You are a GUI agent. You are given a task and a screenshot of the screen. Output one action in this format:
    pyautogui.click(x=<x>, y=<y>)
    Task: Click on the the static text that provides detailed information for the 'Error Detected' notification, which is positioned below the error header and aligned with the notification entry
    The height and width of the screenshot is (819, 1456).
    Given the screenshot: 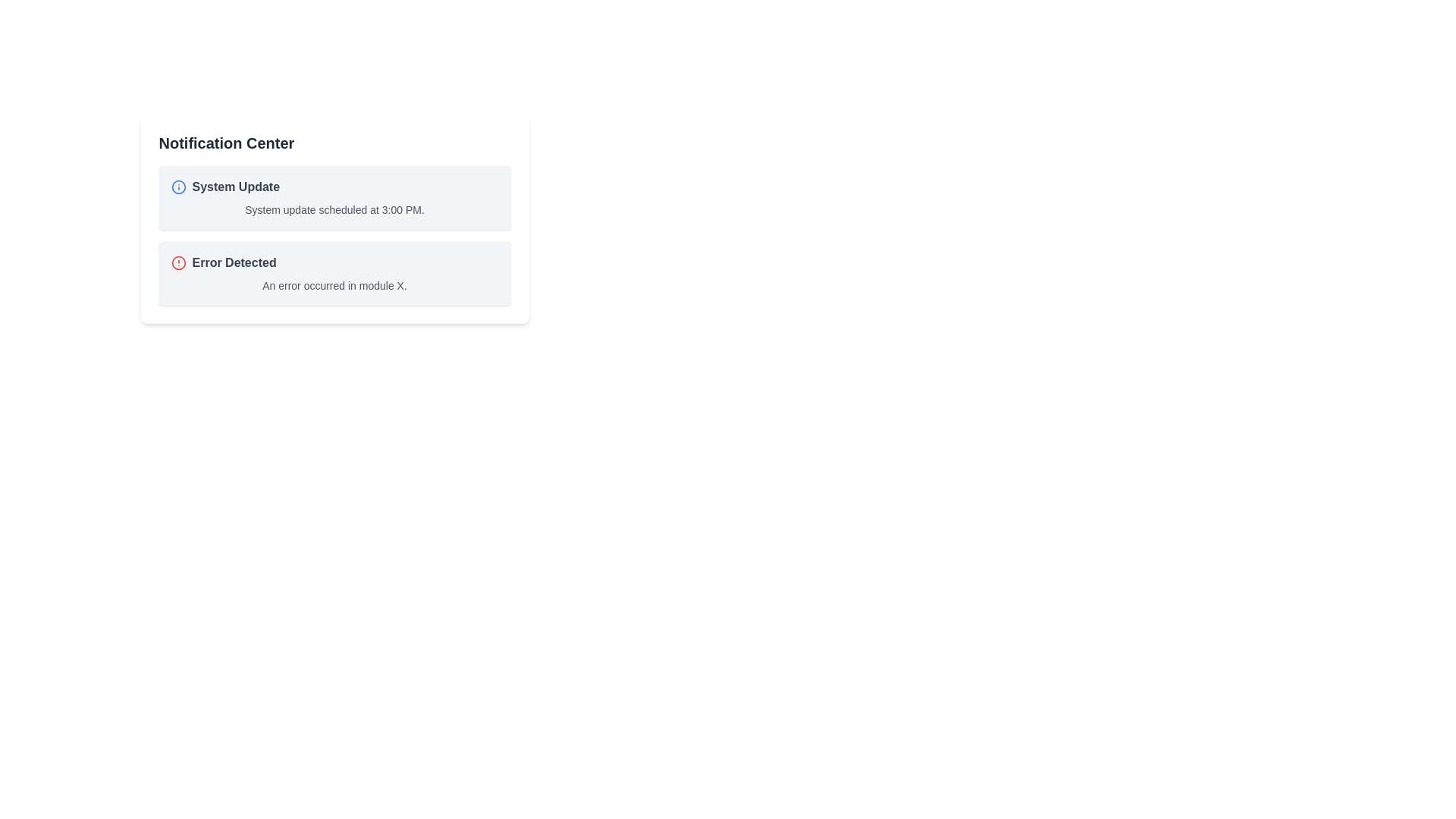 What is the action you would take?
    pyautogui.click(x=334, y=286)
    